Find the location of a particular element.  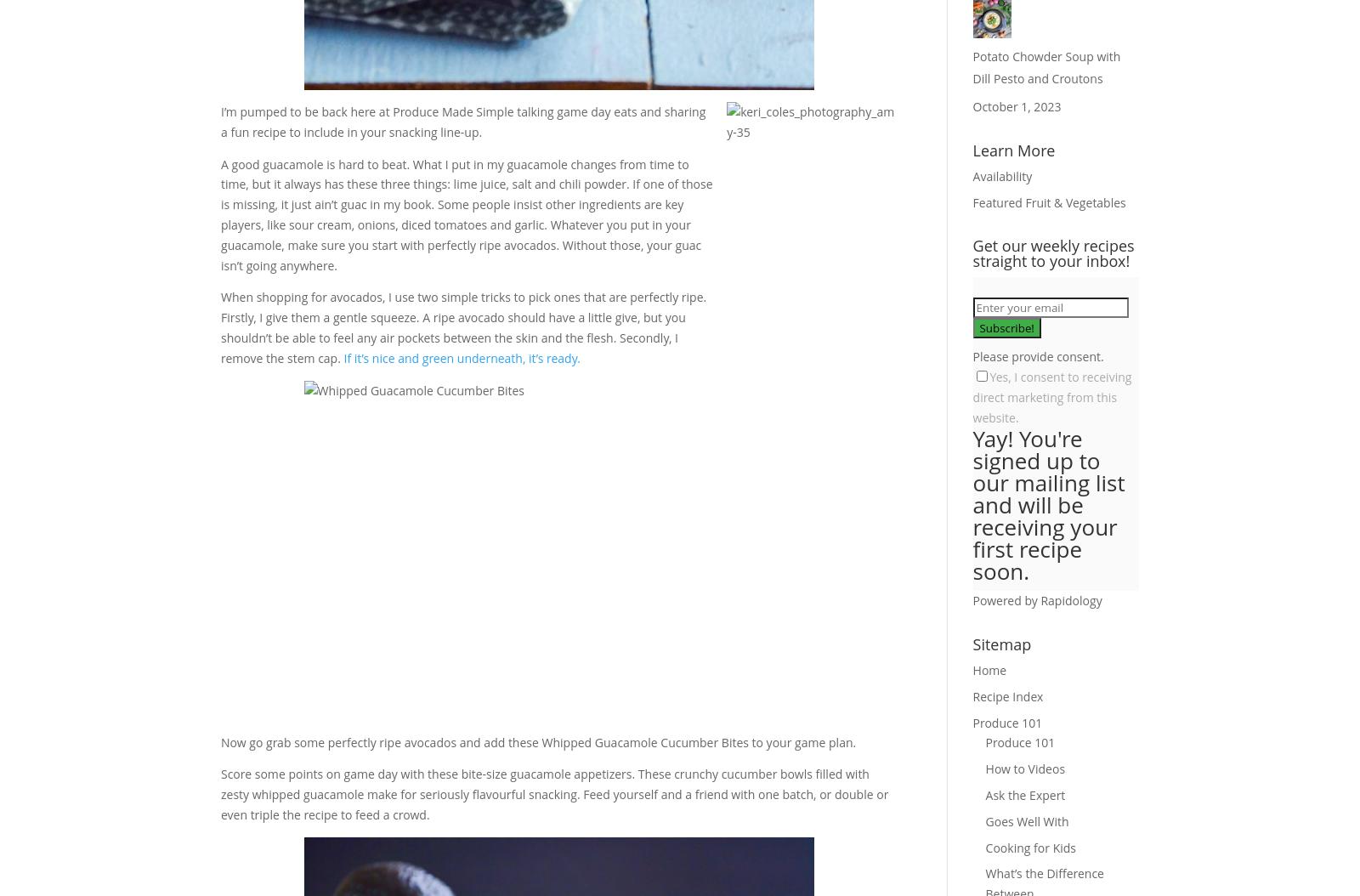

'Yay! You're signed up to our mailing list and will be receiving your first recipe soon.' is located at coordinates (1047, 504).